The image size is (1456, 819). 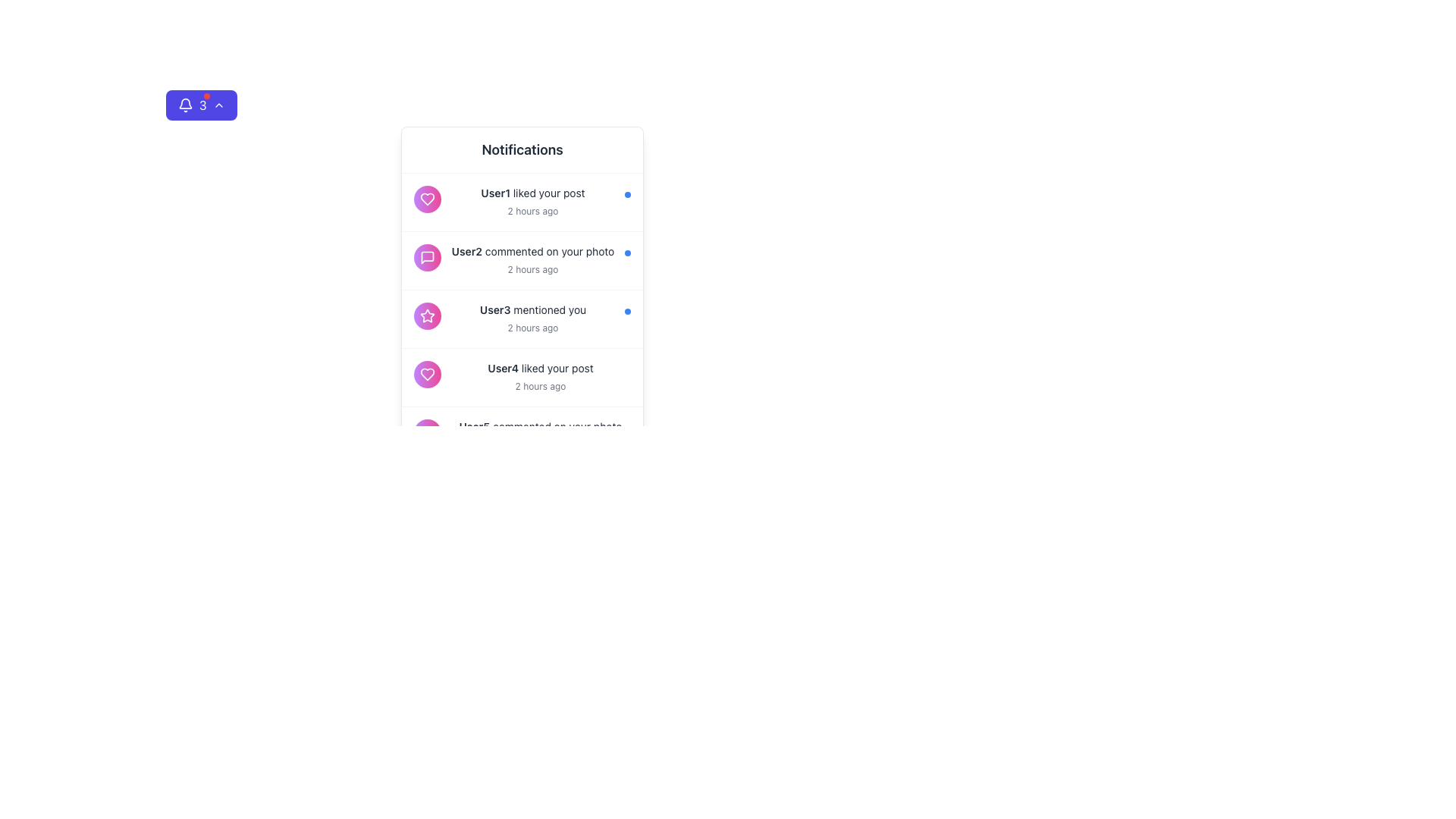 What do you see at coordinates (404, 247) in the screenshot?
I see `the second notification item in the Notifications card that indicates 'User2 commented on your photo 2 hours ago'` at bounding box center [404, 247].